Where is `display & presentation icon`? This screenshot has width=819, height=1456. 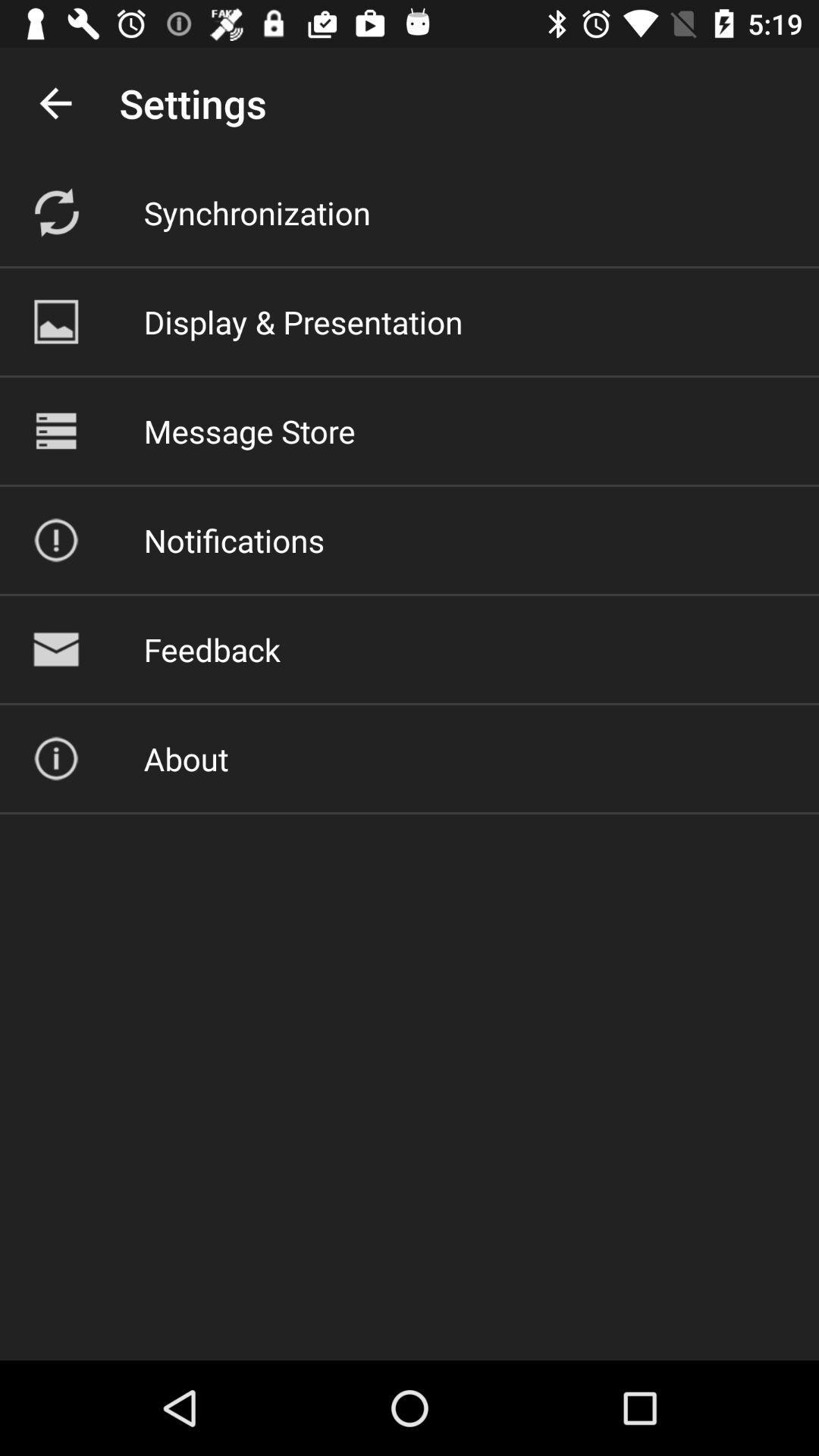
display & presentation icon is located at coordinates (303, 321).